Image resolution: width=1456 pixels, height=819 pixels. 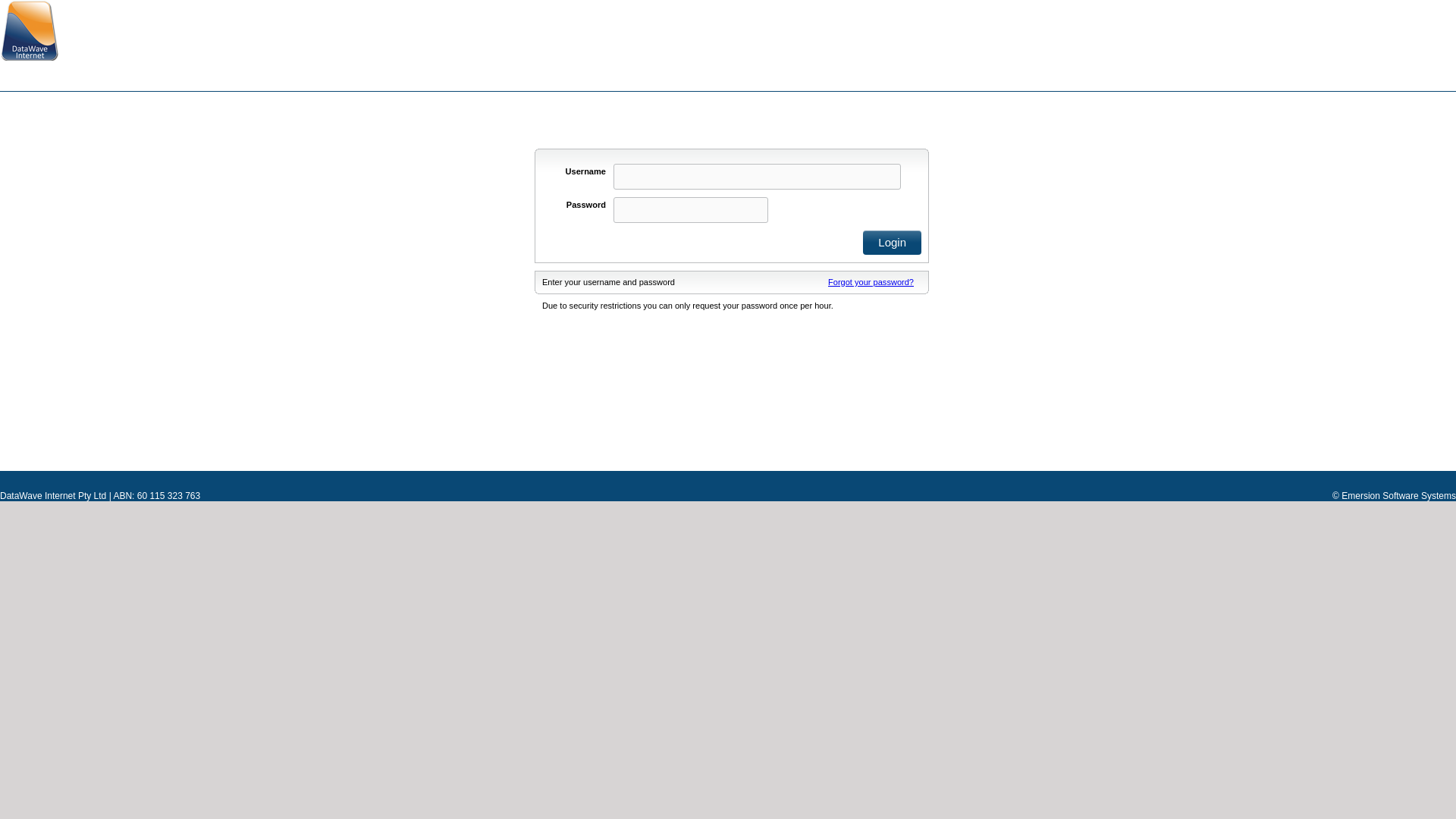 I want to click on 'Login', so click(x=892, y=242).